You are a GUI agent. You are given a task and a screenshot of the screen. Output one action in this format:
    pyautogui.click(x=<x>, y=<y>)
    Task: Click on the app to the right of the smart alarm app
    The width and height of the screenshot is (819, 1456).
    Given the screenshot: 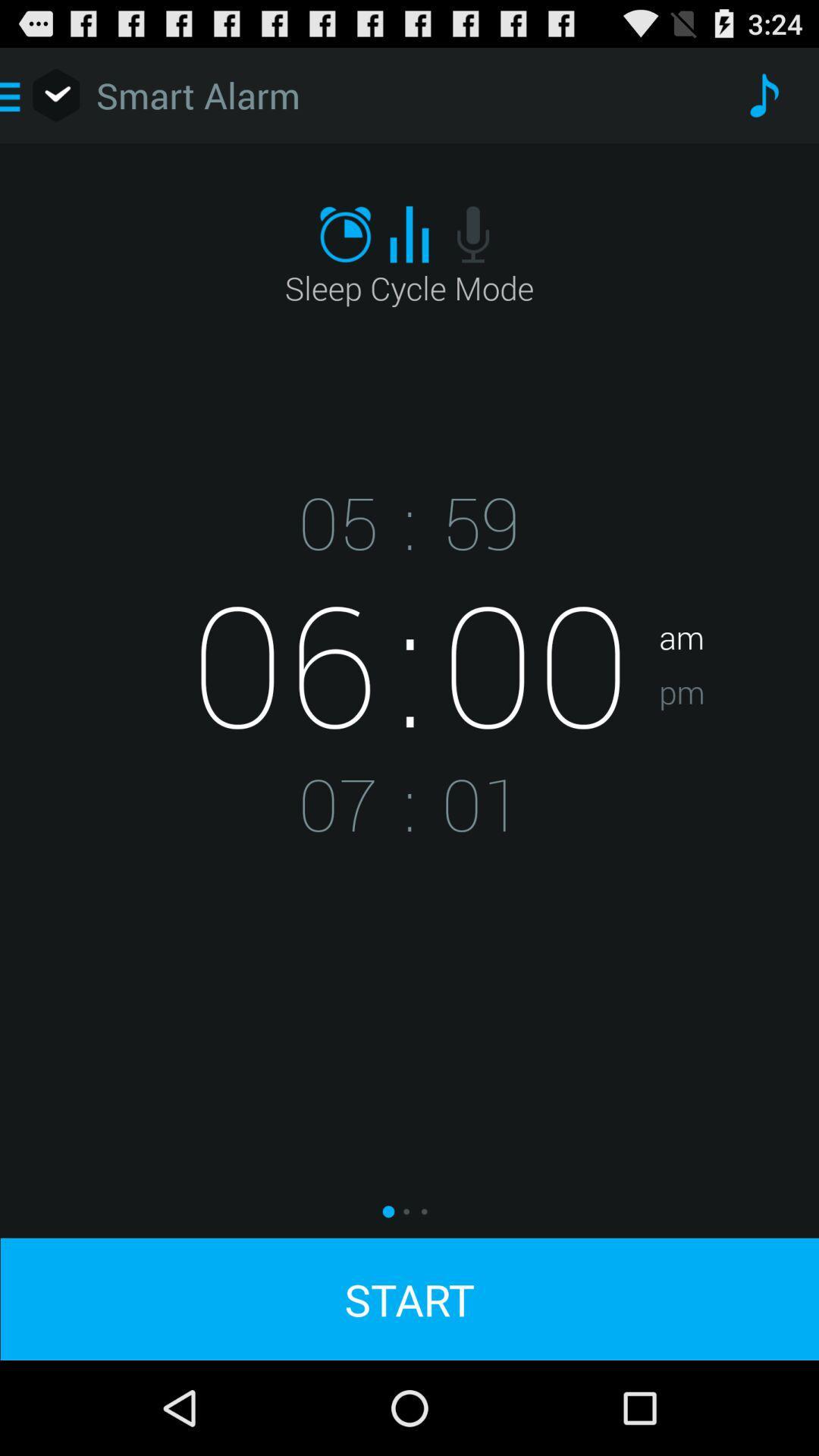 What is the action you would take?
    pyautogui.click(x=763, y=94)
    